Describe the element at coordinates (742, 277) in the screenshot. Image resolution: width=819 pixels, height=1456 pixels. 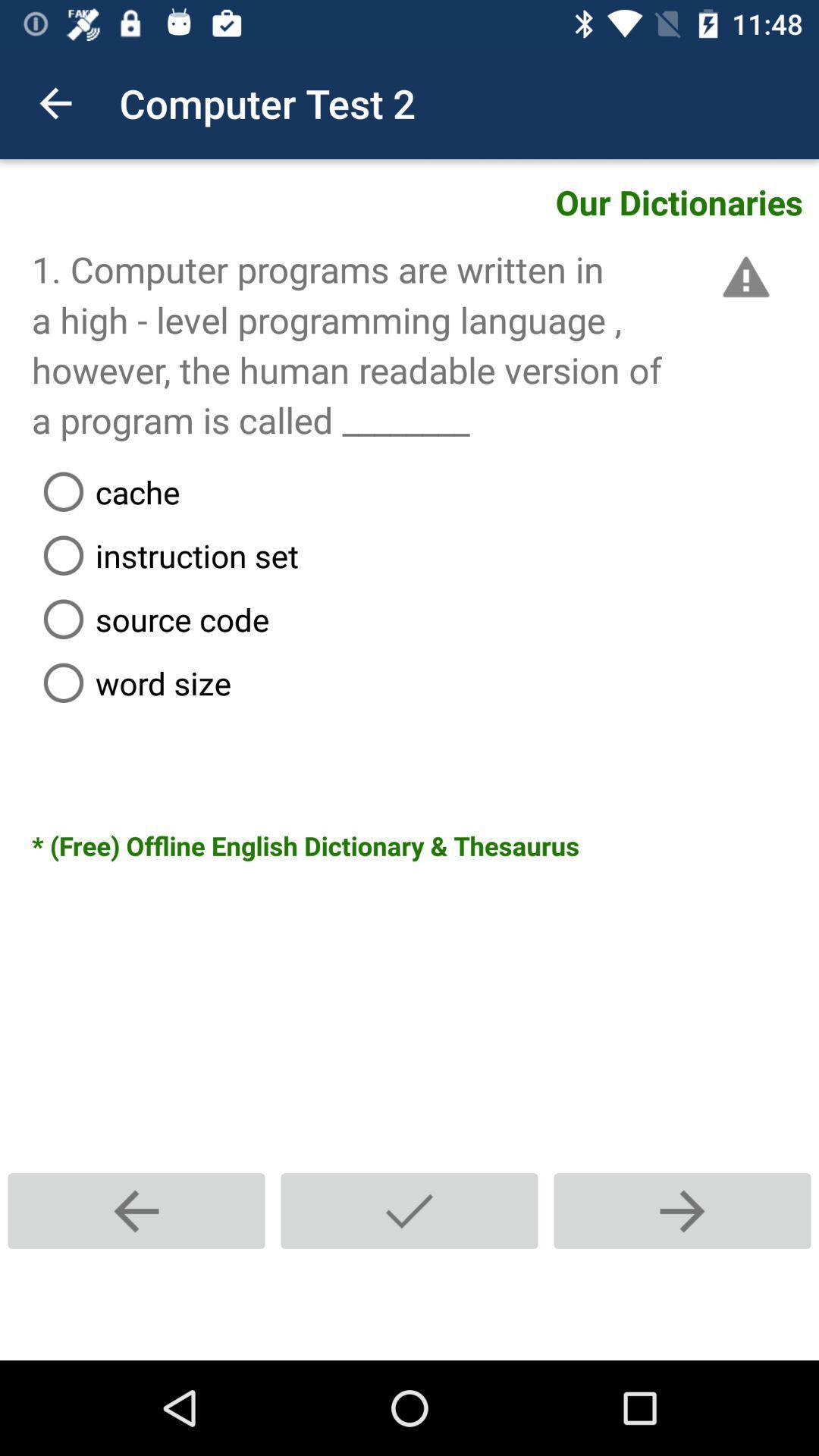
I see `the item above the cache icon` at that location.